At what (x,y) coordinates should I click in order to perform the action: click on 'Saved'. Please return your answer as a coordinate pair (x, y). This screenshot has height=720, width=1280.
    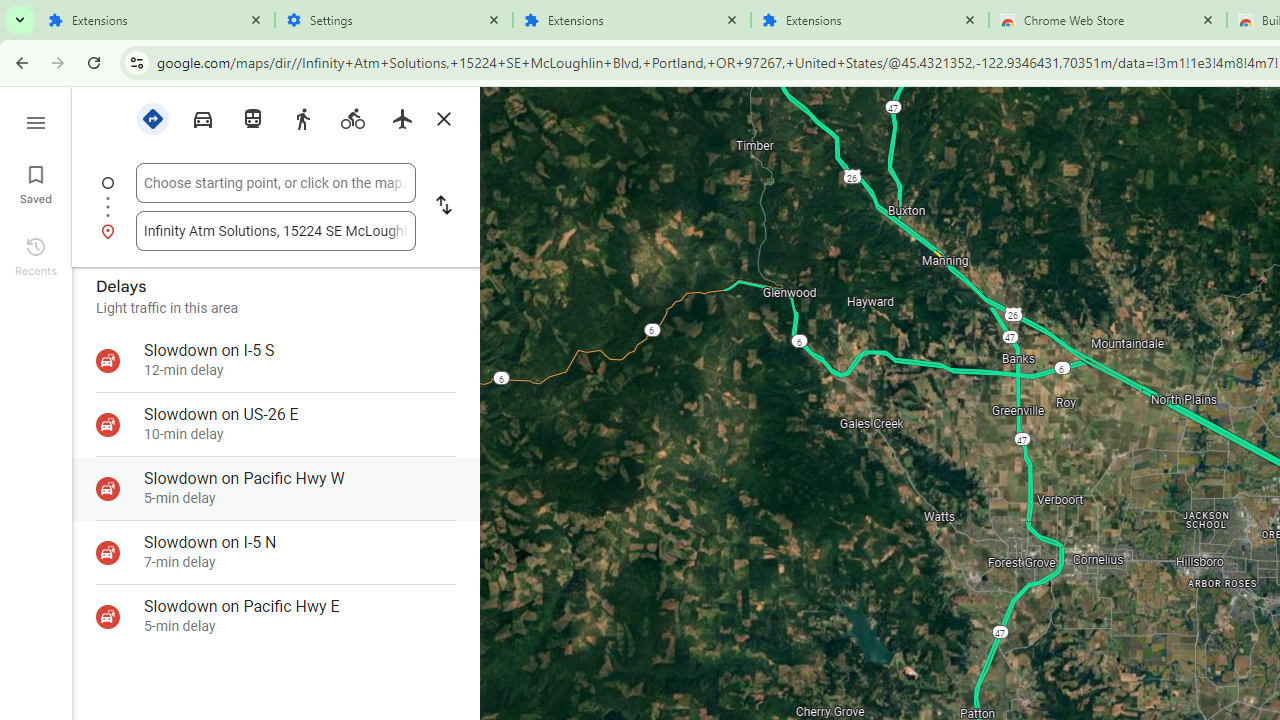
    Looking at the image, I should click on (35, 182).